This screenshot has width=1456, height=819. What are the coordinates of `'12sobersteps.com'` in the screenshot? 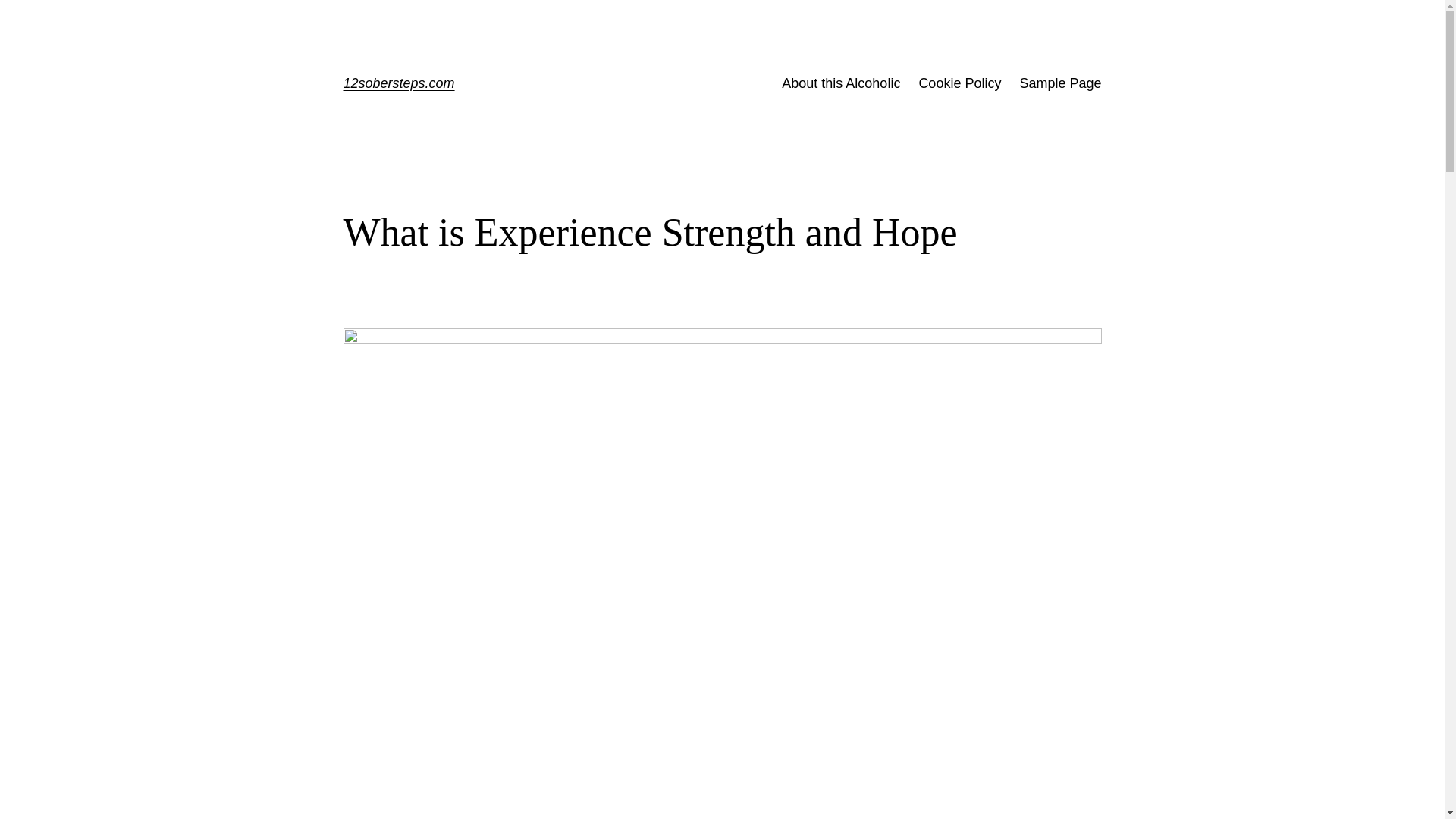 It's located at (398, 83).